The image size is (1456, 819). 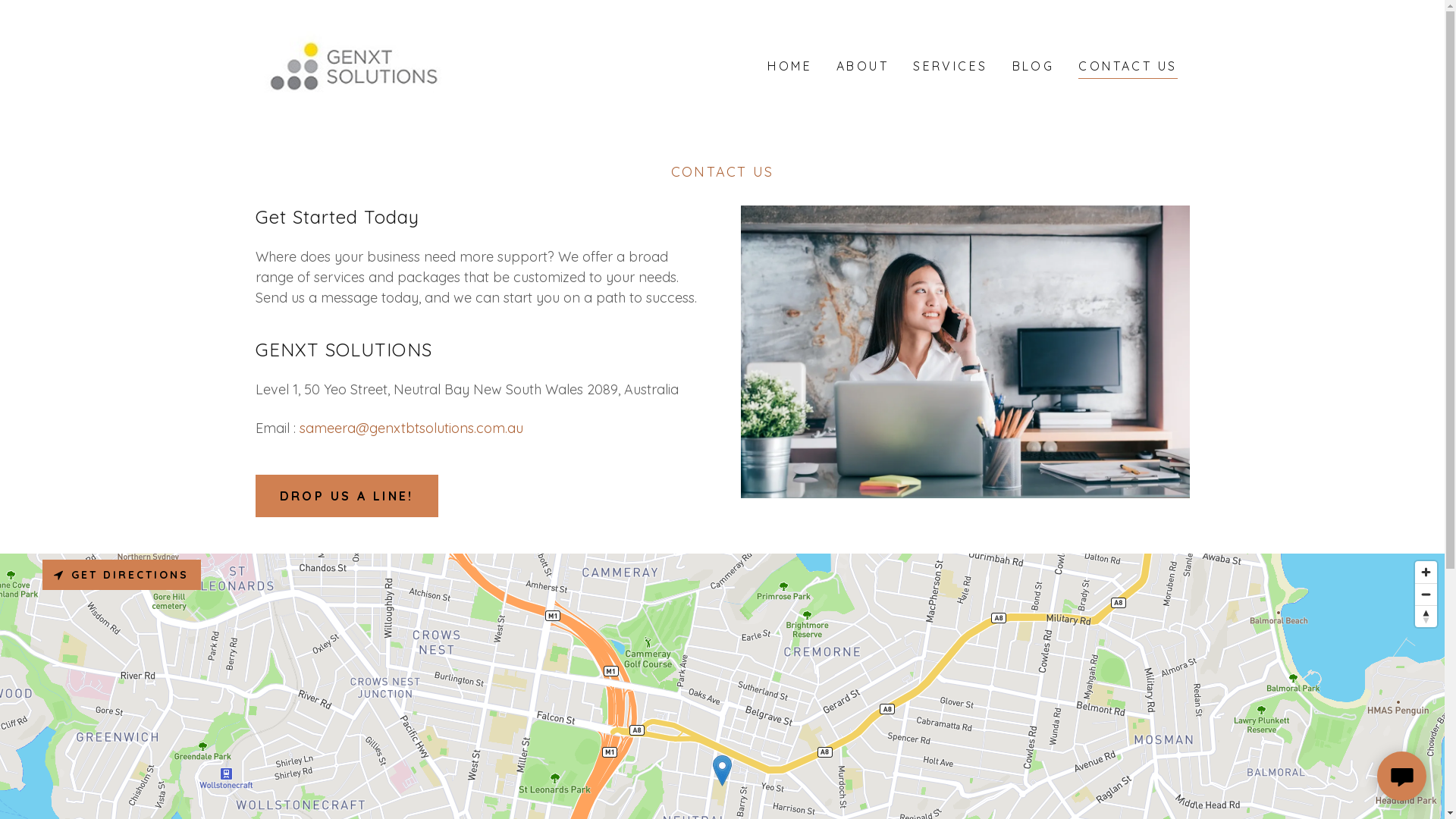 What do you see at coordinates (1425, 617) in the screenshot?
I see `'Reset bearing to north'` at bounding box center [1425, 617].